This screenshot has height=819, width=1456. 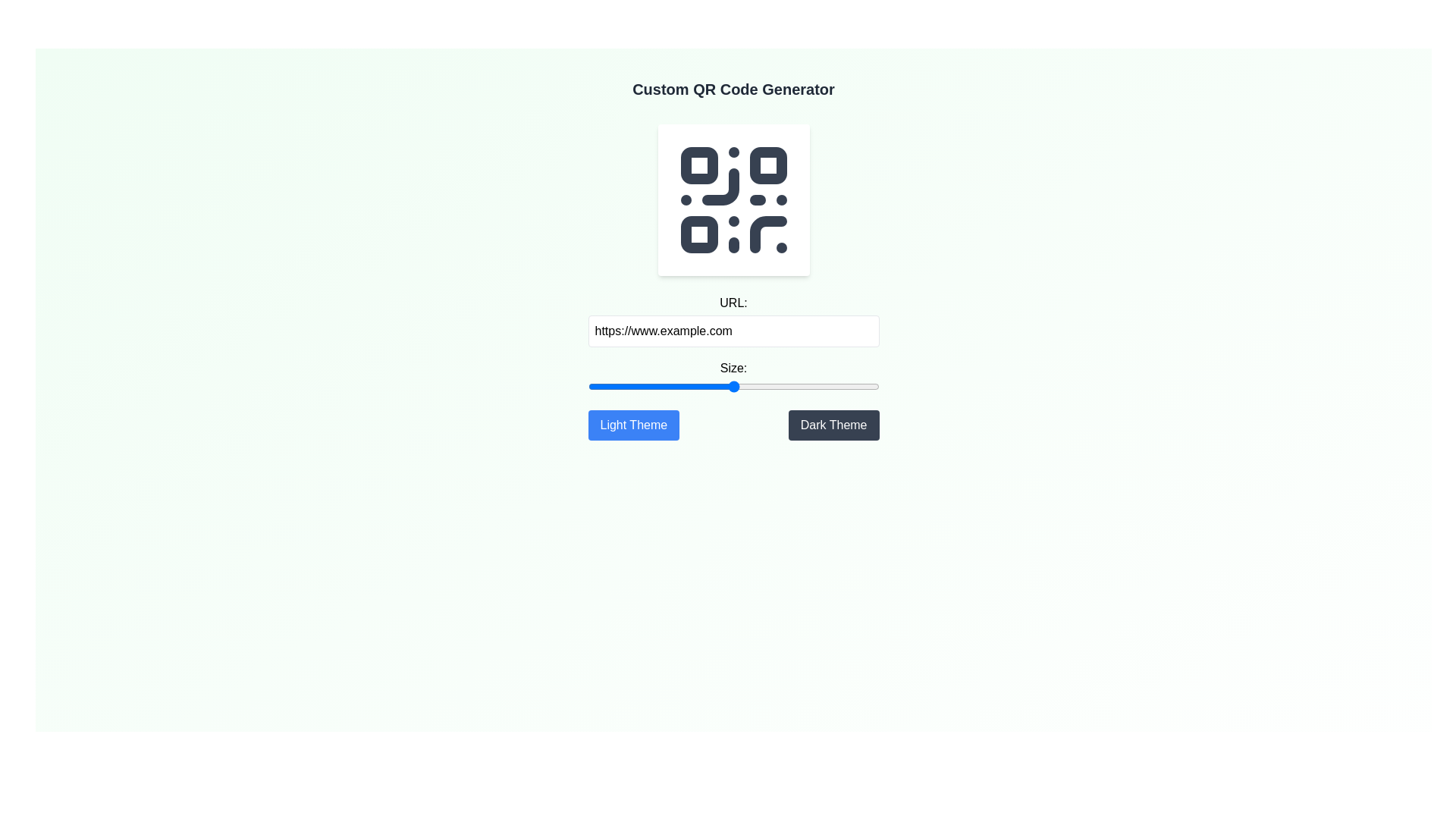 What do you see at coordinates (683, 385) in the screenshot?
I see `the slider value` at bounding box center [683, 385].